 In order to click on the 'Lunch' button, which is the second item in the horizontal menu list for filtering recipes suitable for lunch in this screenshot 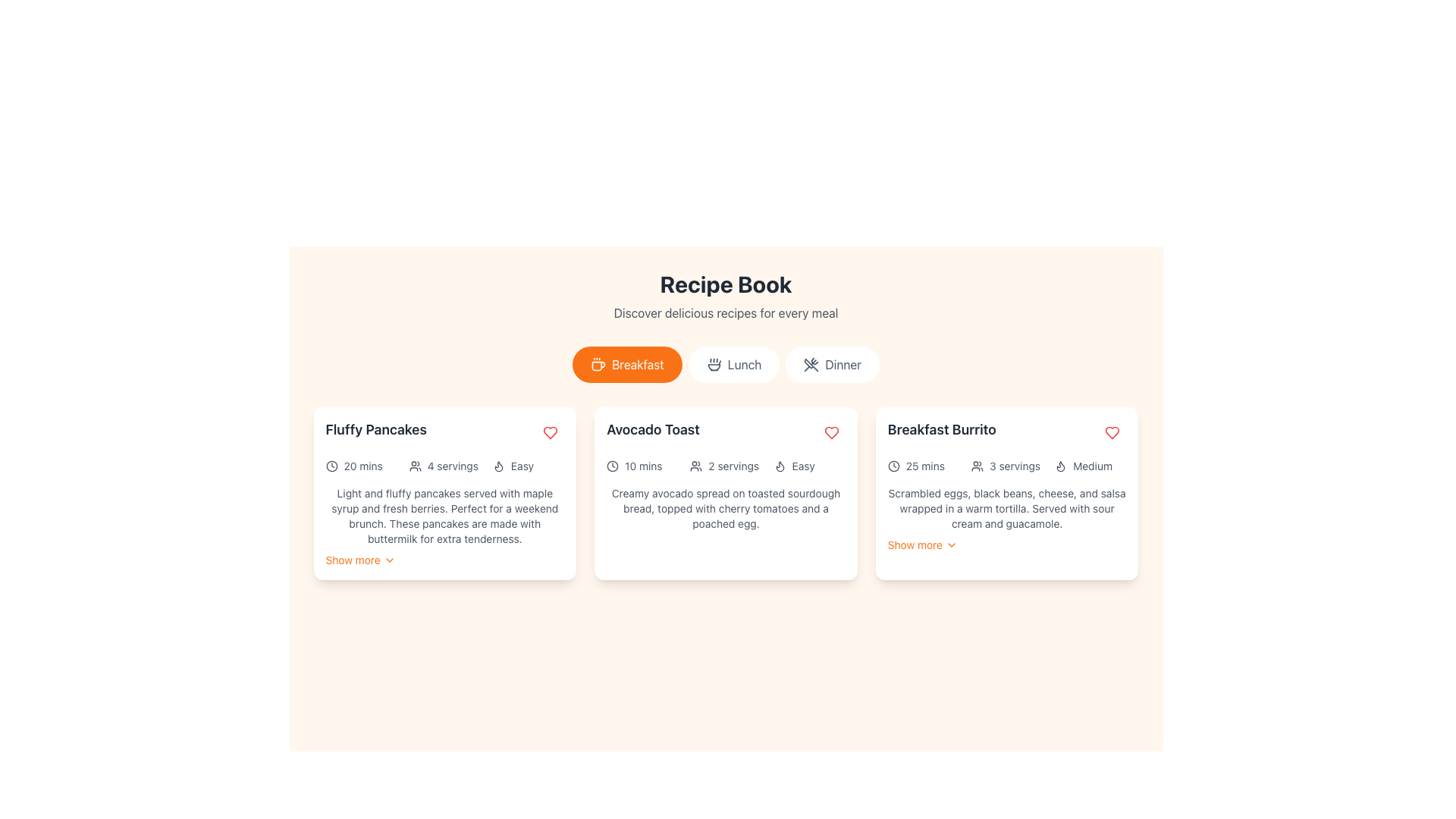, I will do `click(745, 365)`.